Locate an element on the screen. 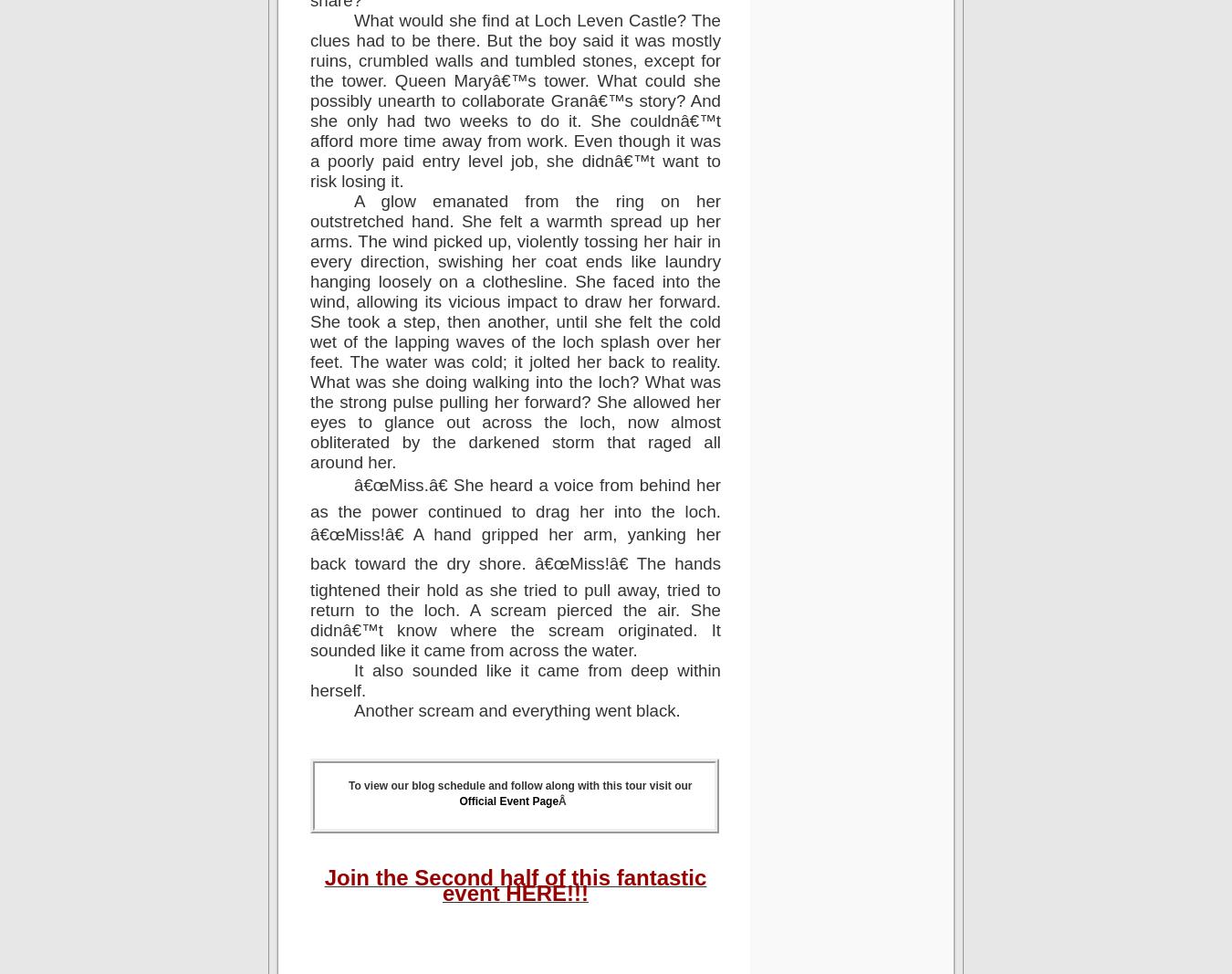 This screenshot has height=974, width=1232. 'â€œMiss.â€ She heard a voice from behind her as the power continued to drag her into the loch. â€œMiss!â€ A hand gripped her arm, yanking her back toward the dry shore. â€œMiss!â€ The hands tightened their hold as she tried to pull away, tried to return to the loch. A scream pierced the air. She didnâ€™t know where the scream originated. It sounded like it came from across the water.' is located at coordinates (310, 567).